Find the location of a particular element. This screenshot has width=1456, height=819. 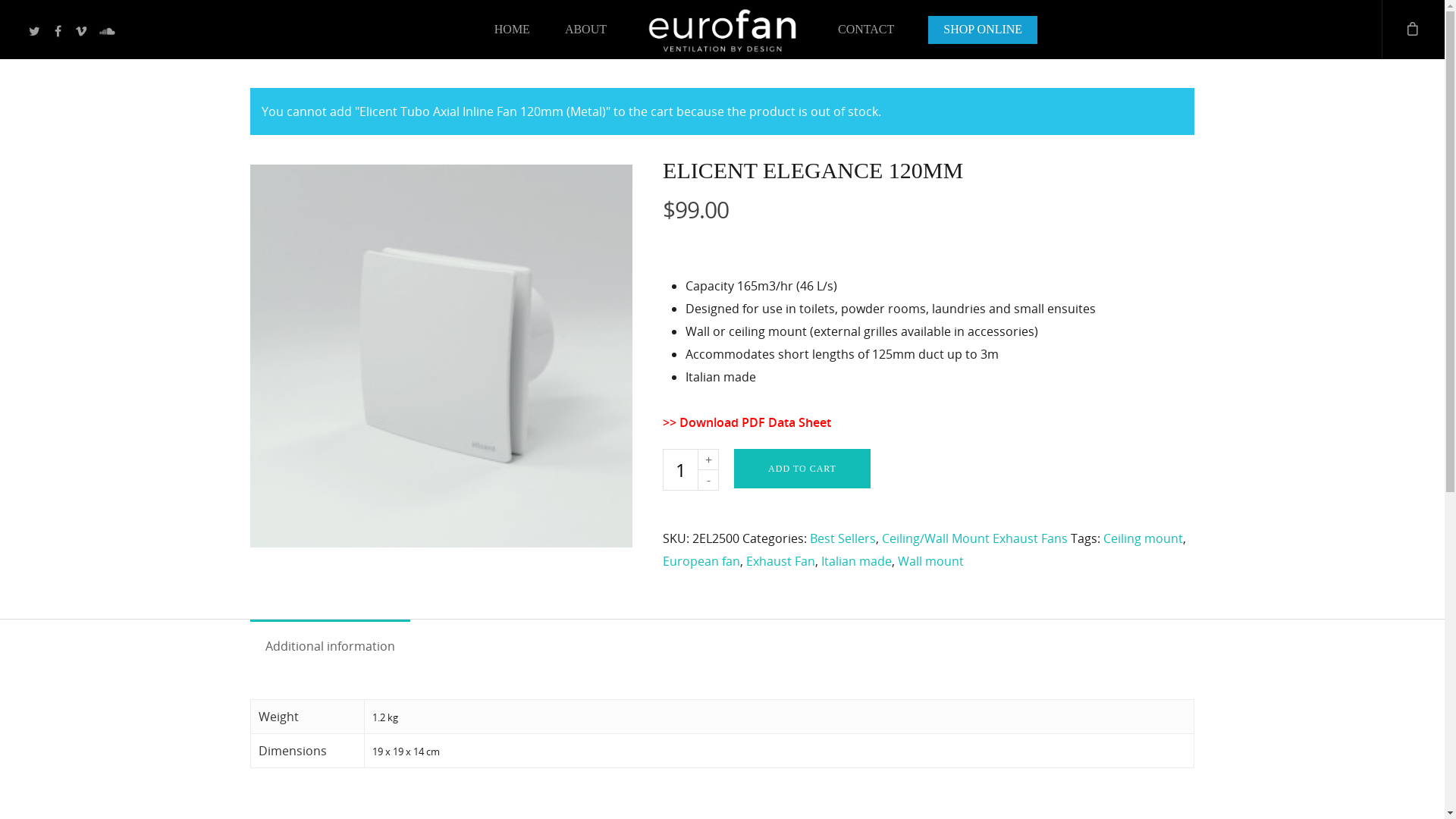

'CONTACT' is located at coordinates (821, 33).